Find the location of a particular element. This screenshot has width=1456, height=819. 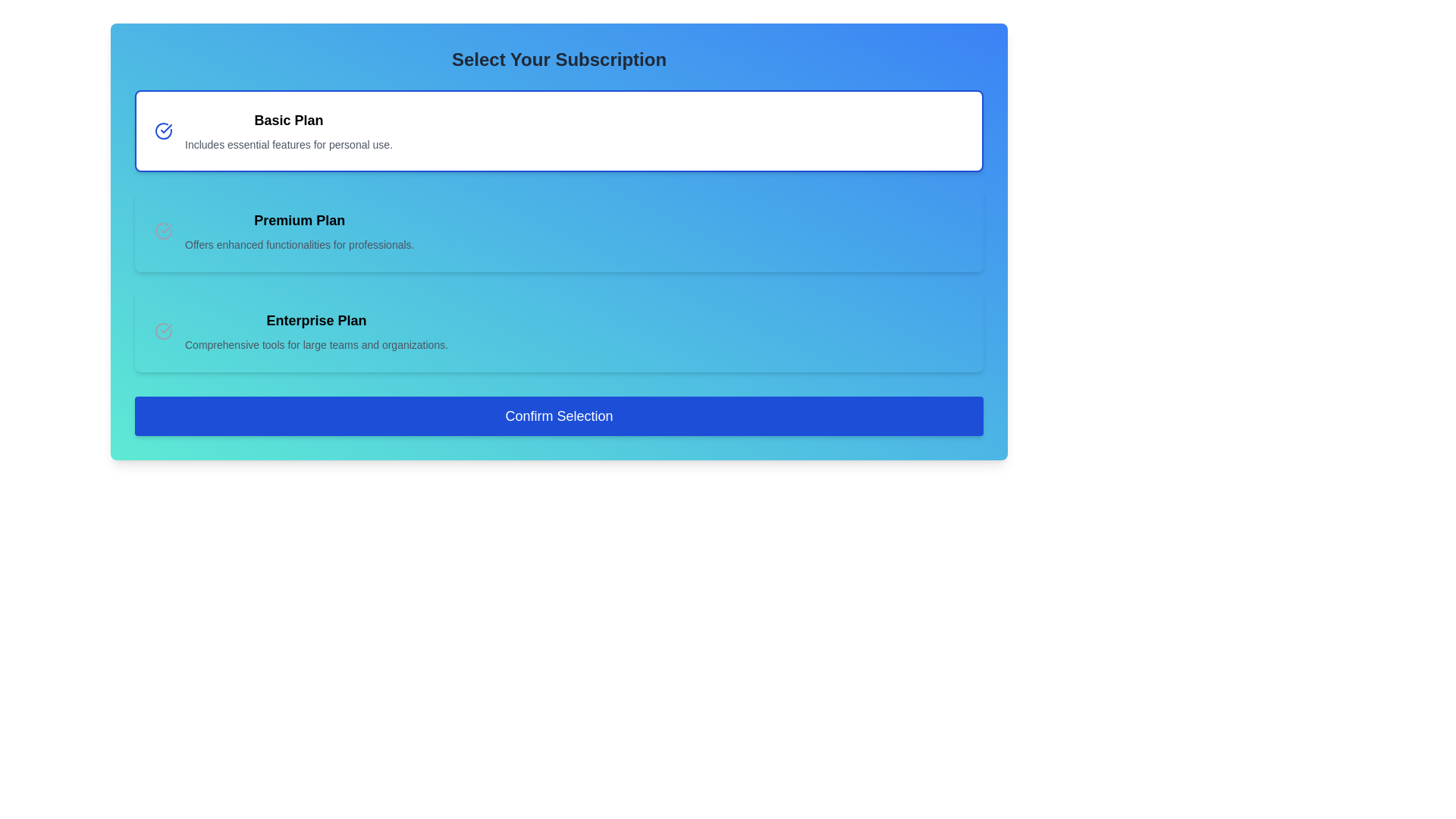

the text label that reads 'Includes essential features for personal use.' which is styled with a gray font color and positioned directly beneath the heading 'Basic Plan' is located at coordinates (288, 145).